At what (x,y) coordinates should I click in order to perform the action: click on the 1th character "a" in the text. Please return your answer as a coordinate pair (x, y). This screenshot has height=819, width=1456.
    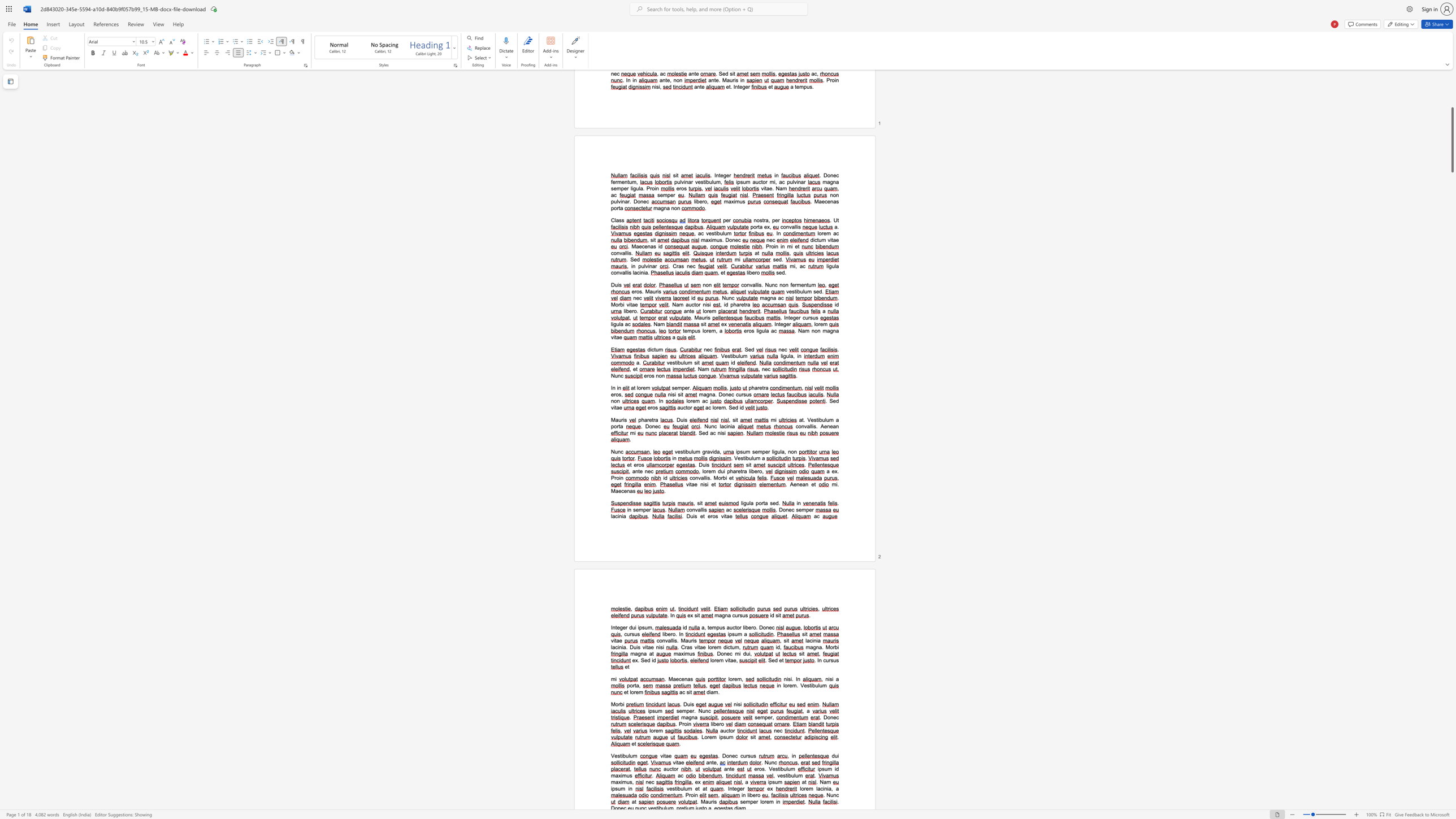
    Looking at the image, I should click on (762, 458).